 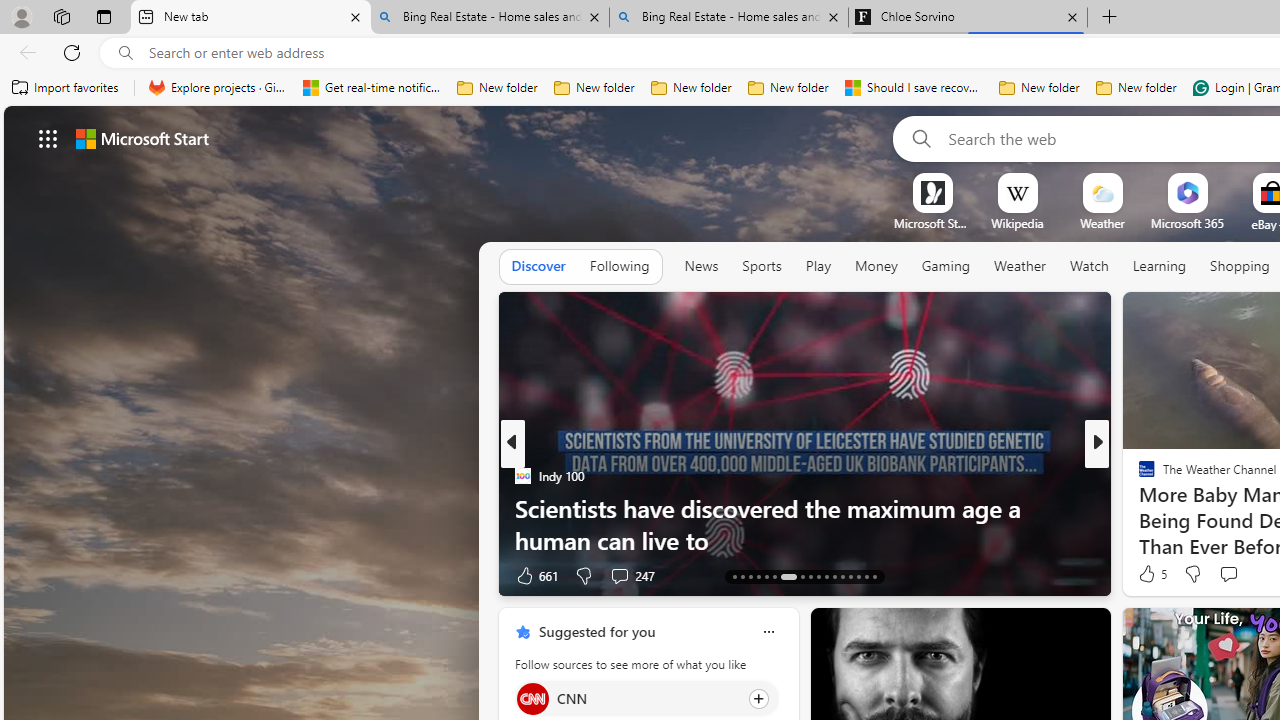 What do you see at coordinates (1149, 575) in the screenshot?
I see `'93 Like'` at bounding box center [1149, 575].